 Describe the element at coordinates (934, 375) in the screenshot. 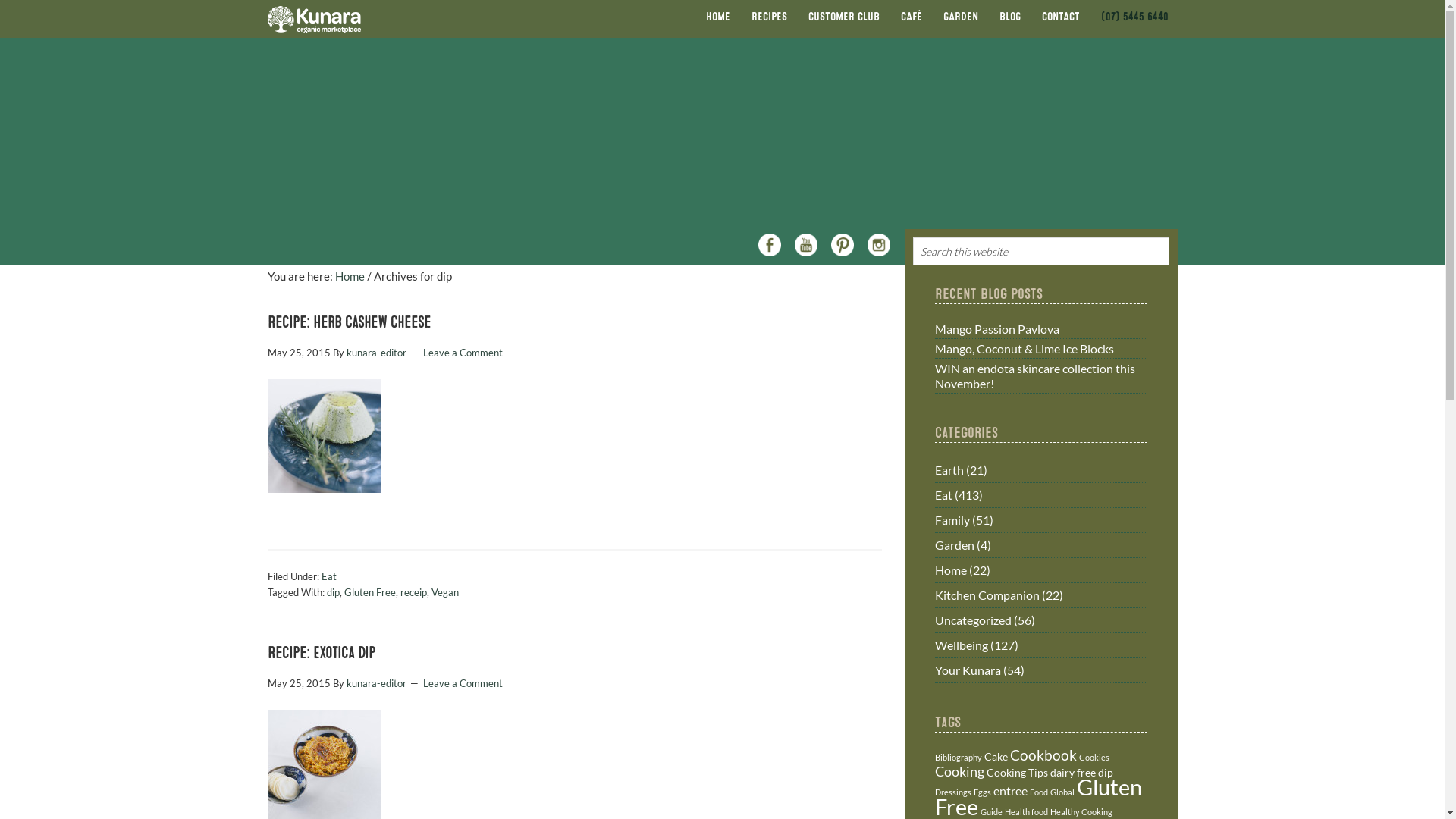

I see `'WIN an endota skincare collection this November!'` at that location.